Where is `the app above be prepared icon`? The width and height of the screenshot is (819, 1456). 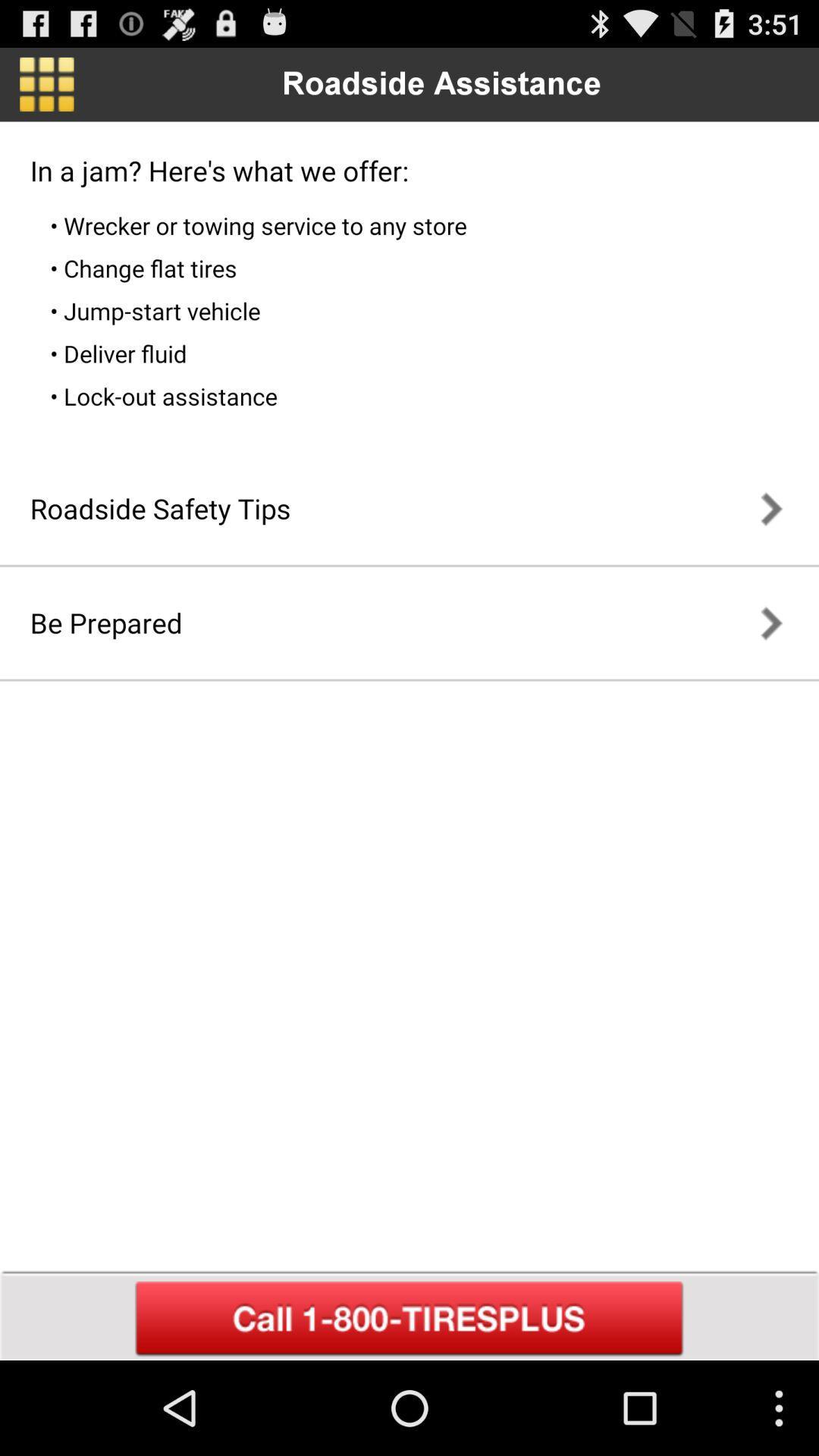
the app above be prepared icon is located at coordinates (160, 508).